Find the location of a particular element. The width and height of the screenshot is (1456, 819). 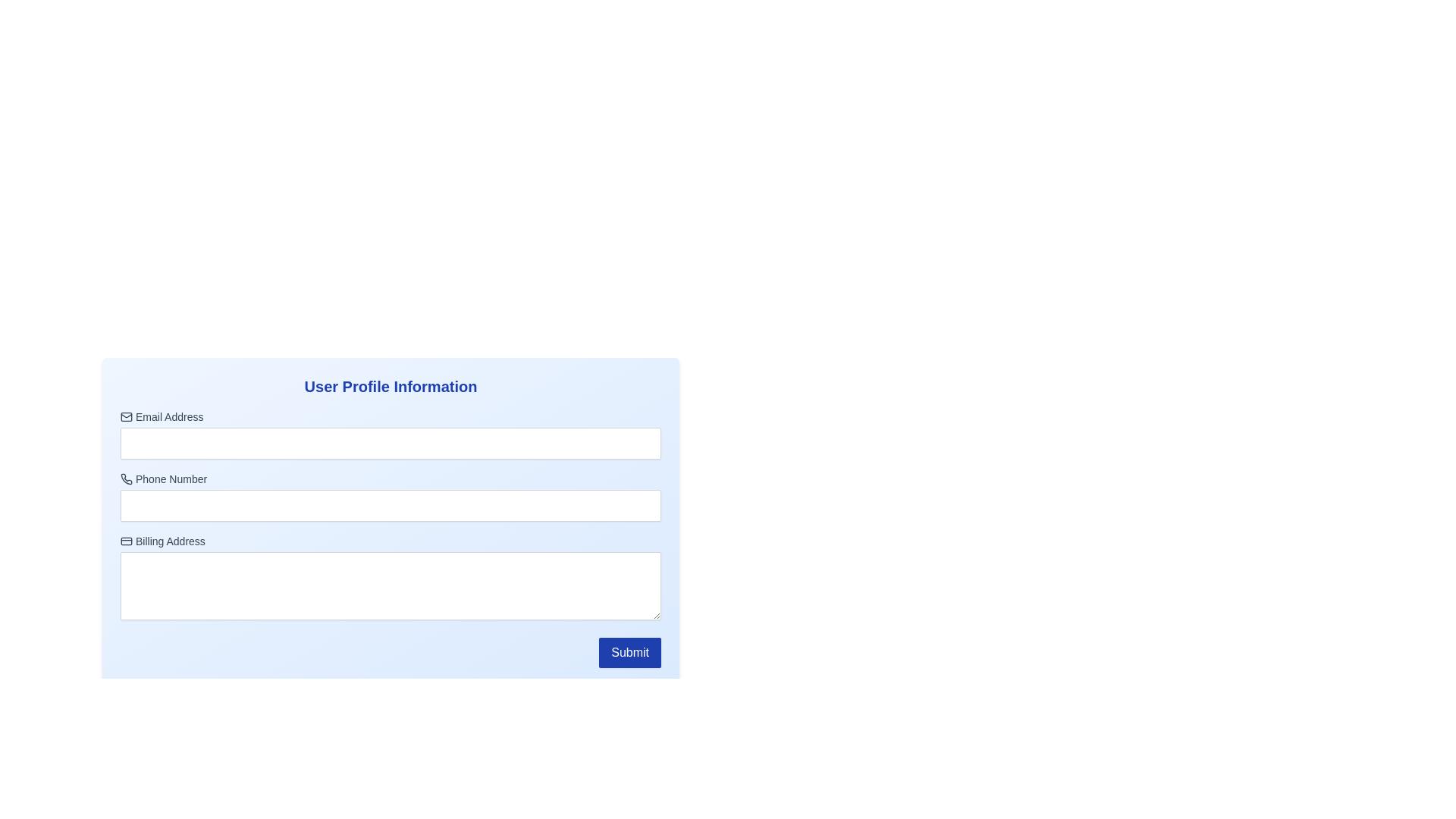

the user profile information section header text label, which is positioned above the 'Email Address', 'Phone Number', and 'Billing Address' fields is located at coordinates (391, 385).